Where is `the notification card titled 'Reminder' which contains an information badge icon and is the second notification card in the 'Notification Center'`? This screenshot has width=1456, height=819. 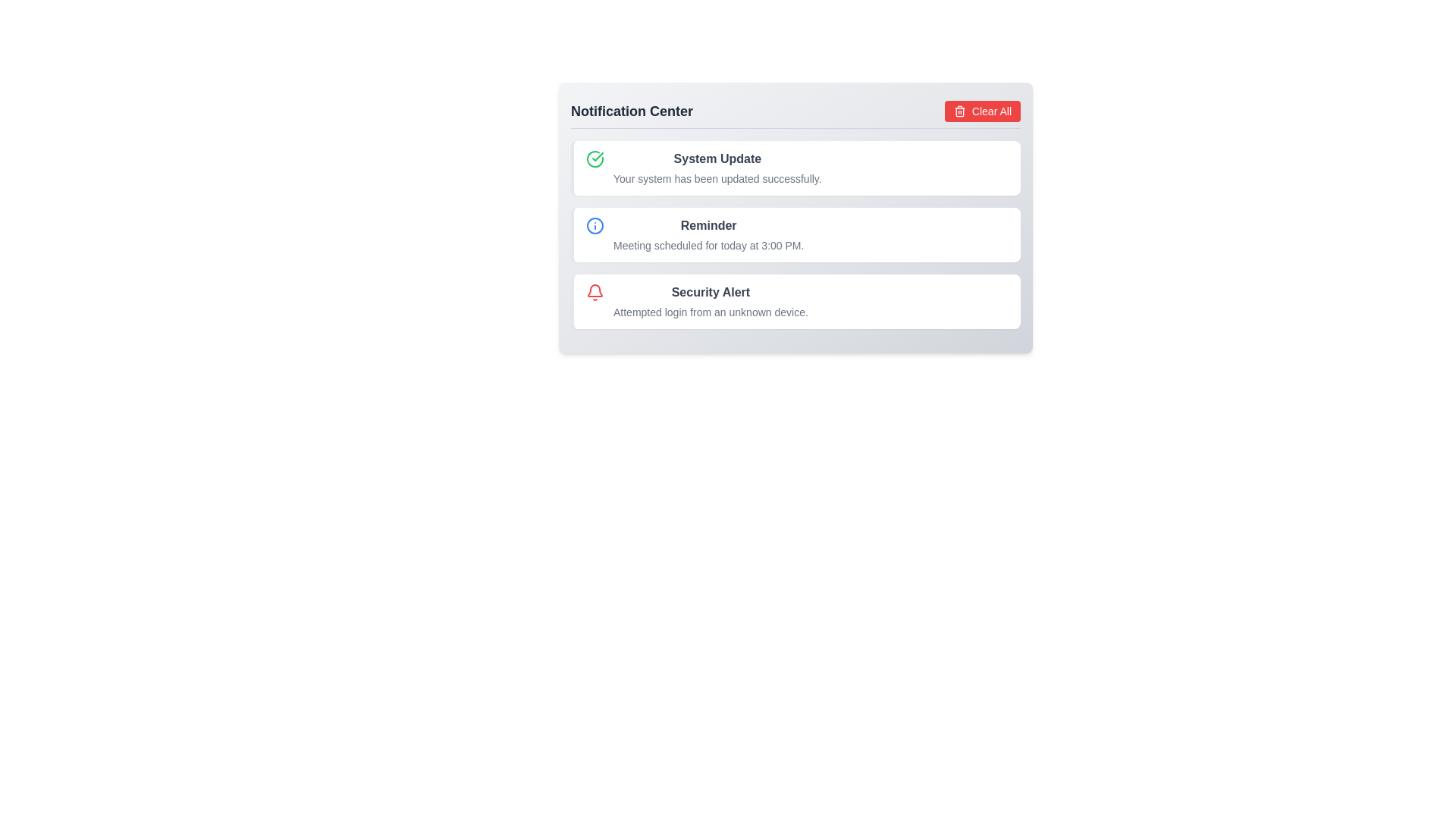 the notification card titled 'Reminder' which contains an information badge icon and is the second notification card in the 'Notification Center' is located at coordinates (795, 234).